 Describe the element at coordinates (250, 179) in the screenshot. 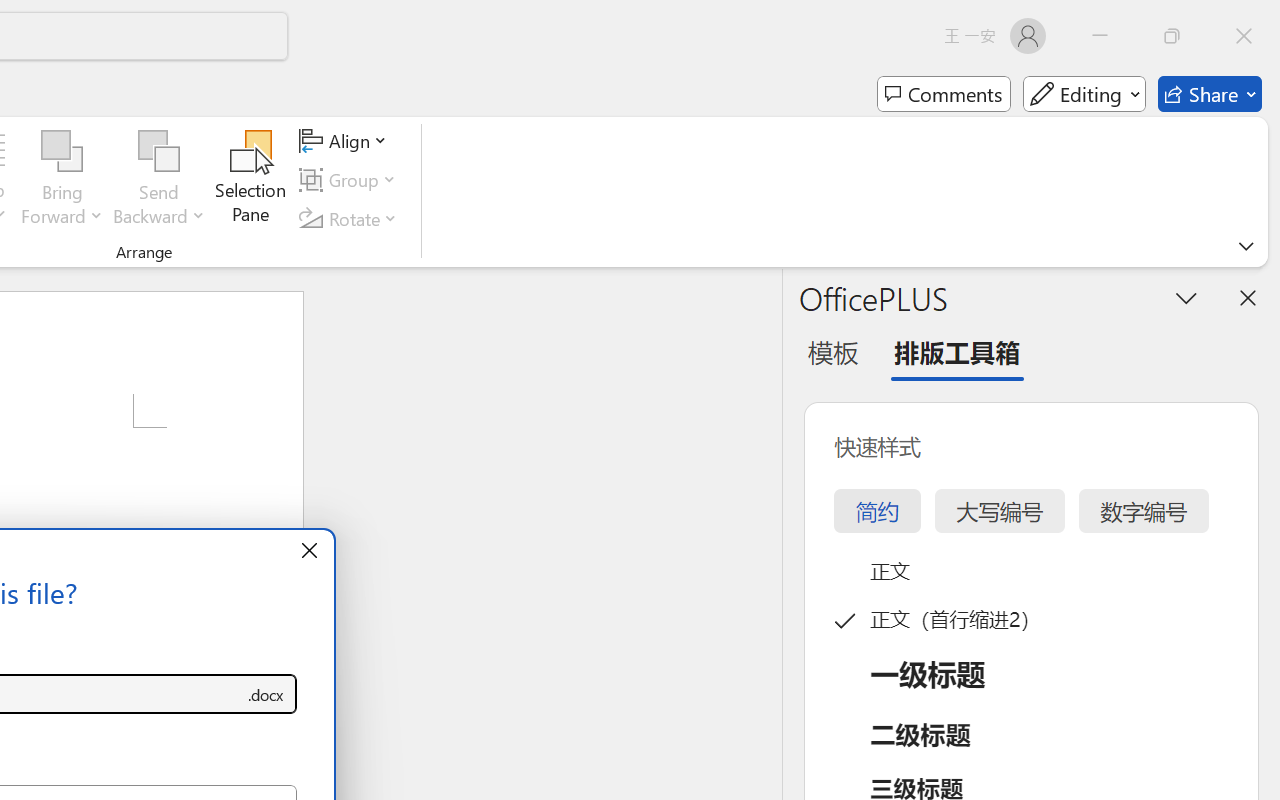

I see `'Selection Pane...'` at that location.